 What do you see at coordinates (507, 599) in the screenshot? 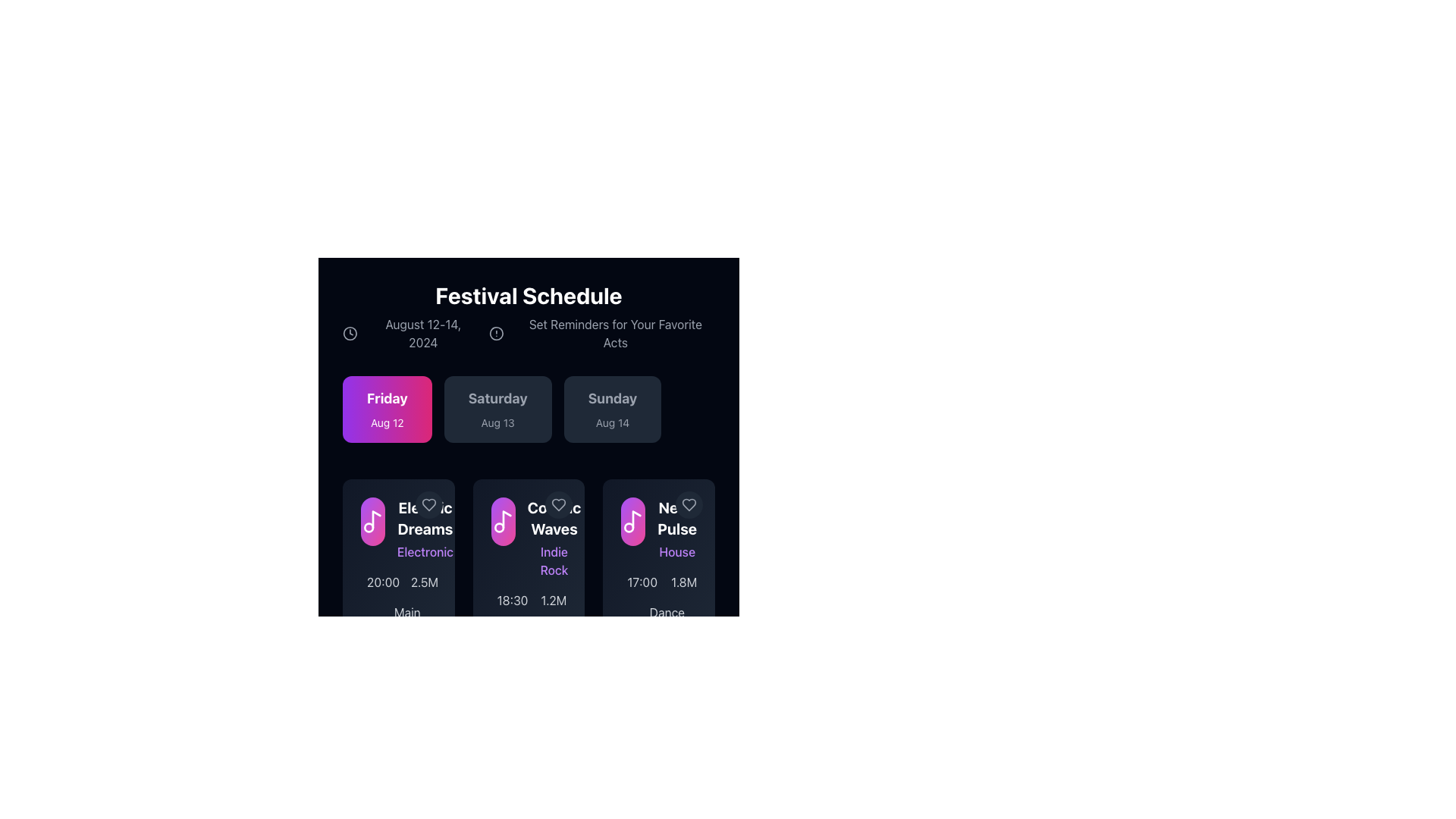
I see `the Label displaying the scheduled time for the 'Co Waves' event, which is located directly below its title and description, and has a clock icon to its left` at bounding box center [507, 599].